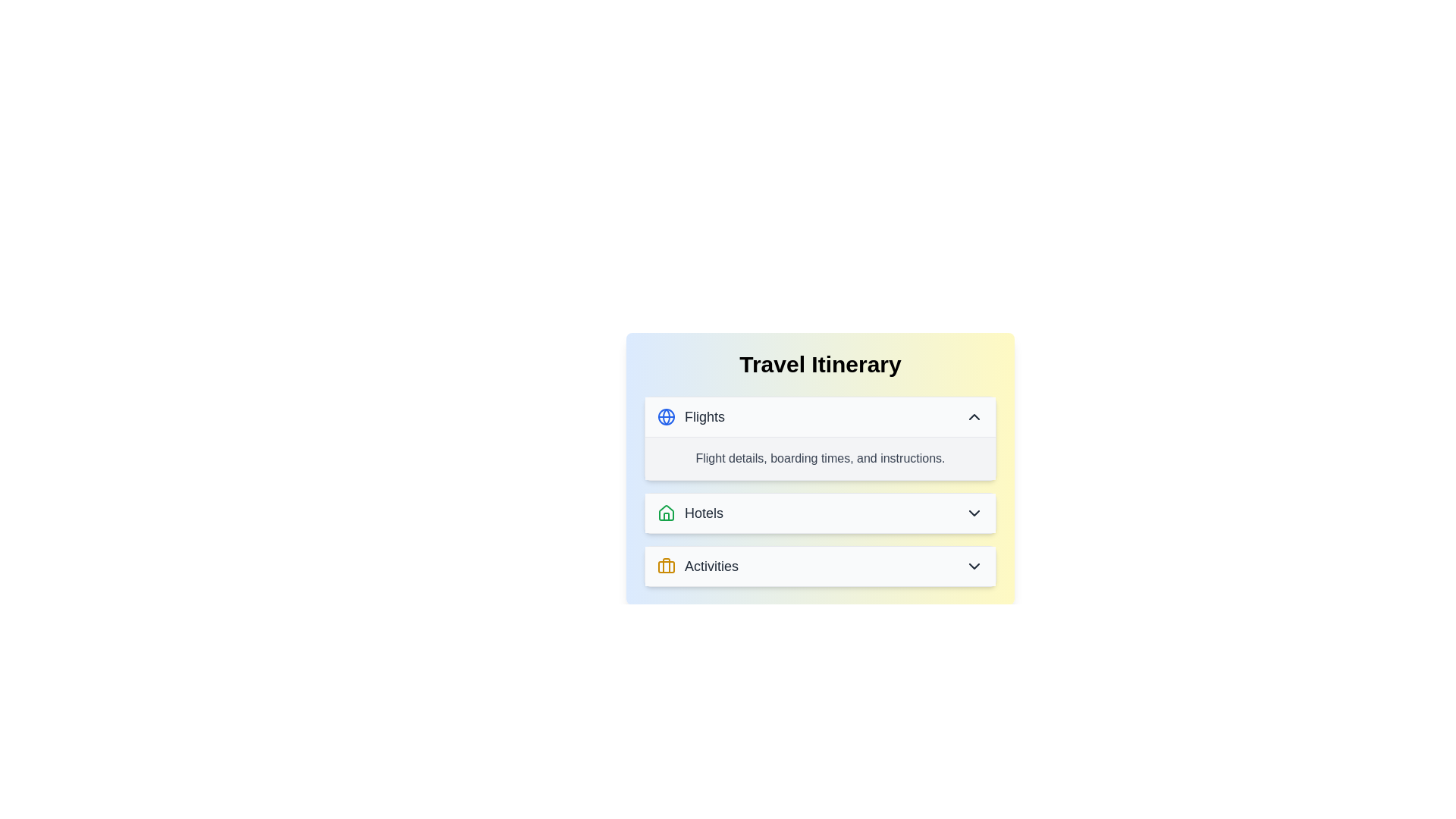  What do you see at coordinates (666, 417) in the screenshot?
I see `the 'Flights' icon located to the left of the text 'Flights' within the 'Travel Itinerary' card interface, which is horizontally aligned with the text and vertically centered in the section` at bounding box center [666, 417].